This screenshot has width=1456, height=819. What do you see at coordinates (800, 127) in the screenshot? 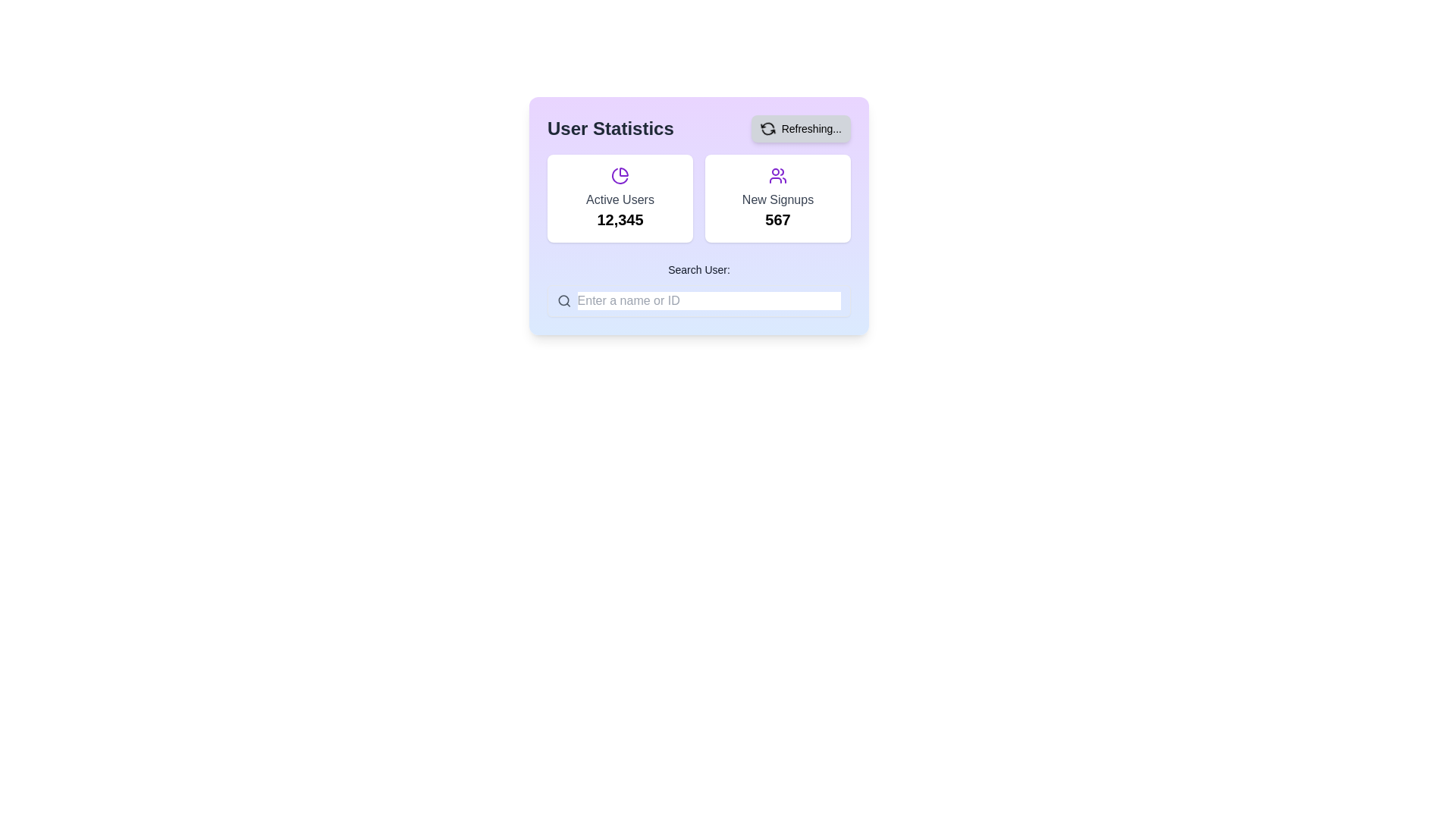
I see `the 'Refreshing...' button with a grey background and rounded corners located in the top-right corner of the 'User Statistics' panel` at bounding box center [800, 127].